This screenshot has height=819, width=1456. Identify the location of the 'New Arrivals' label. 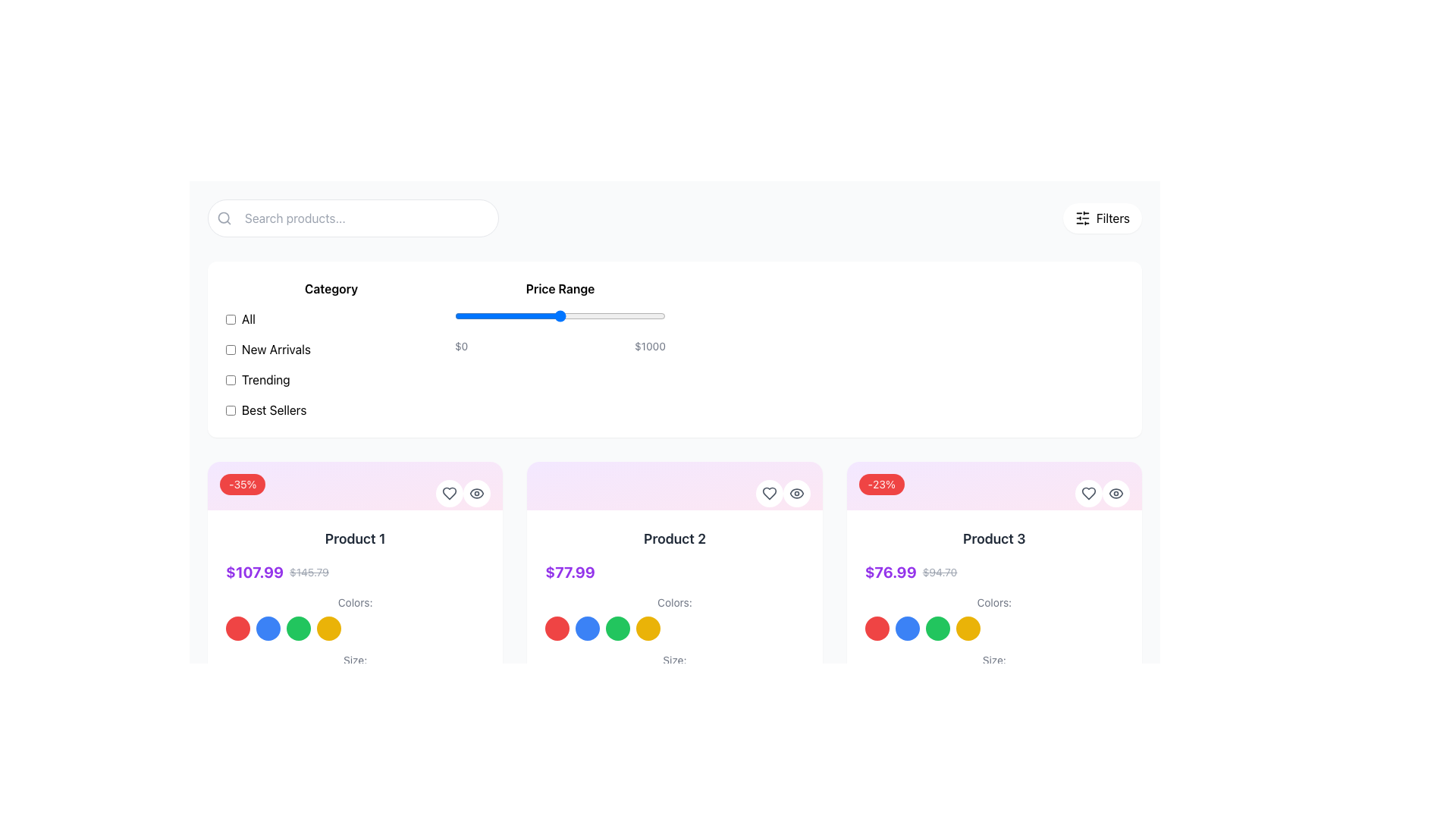
(276, 350).